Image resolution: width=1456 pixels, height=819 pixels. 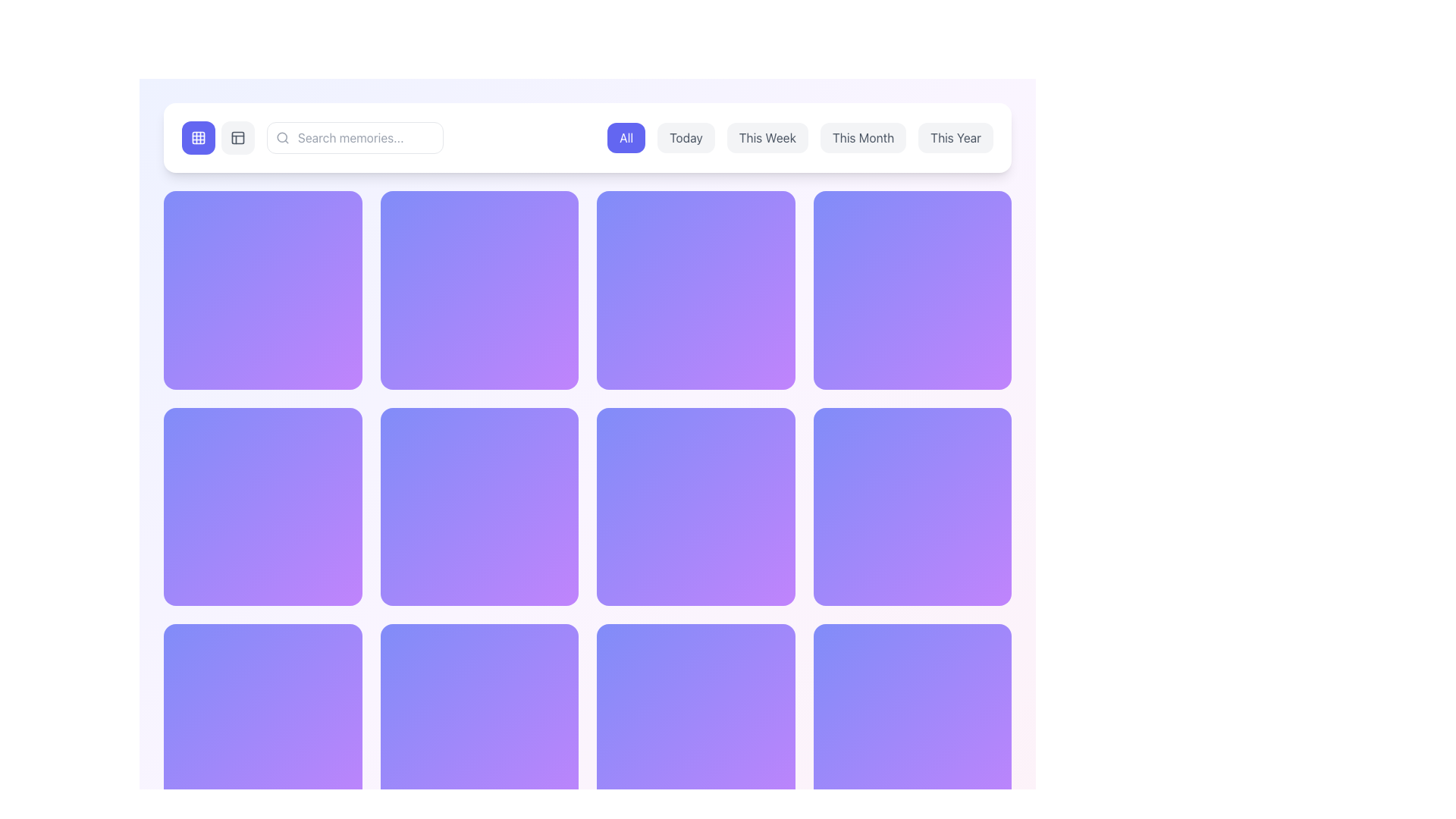 What do you see at coordinates (237, 137) in the screenshot?
I see `the toggle view mode button located in the header section, directly to the right of the blue grid icon button` at bounding box center [237, 137].